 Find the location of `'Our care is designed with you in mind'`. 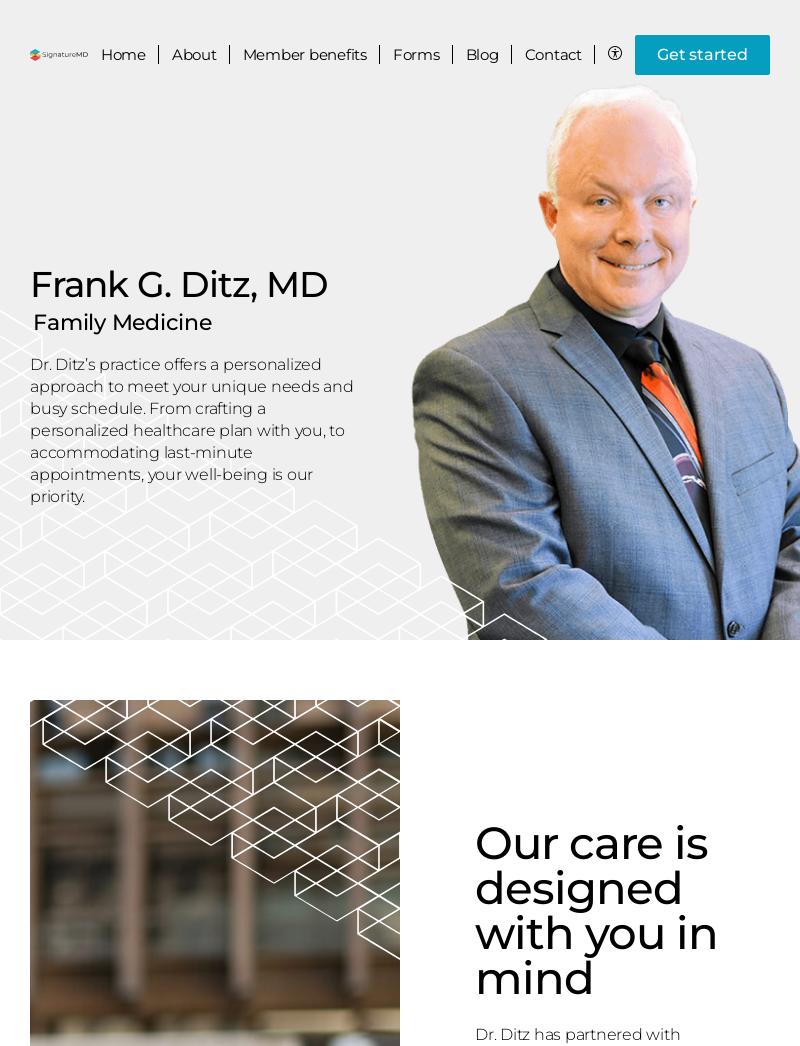

'Our care is designed with you in mind' is located at coordinates (595, 910).